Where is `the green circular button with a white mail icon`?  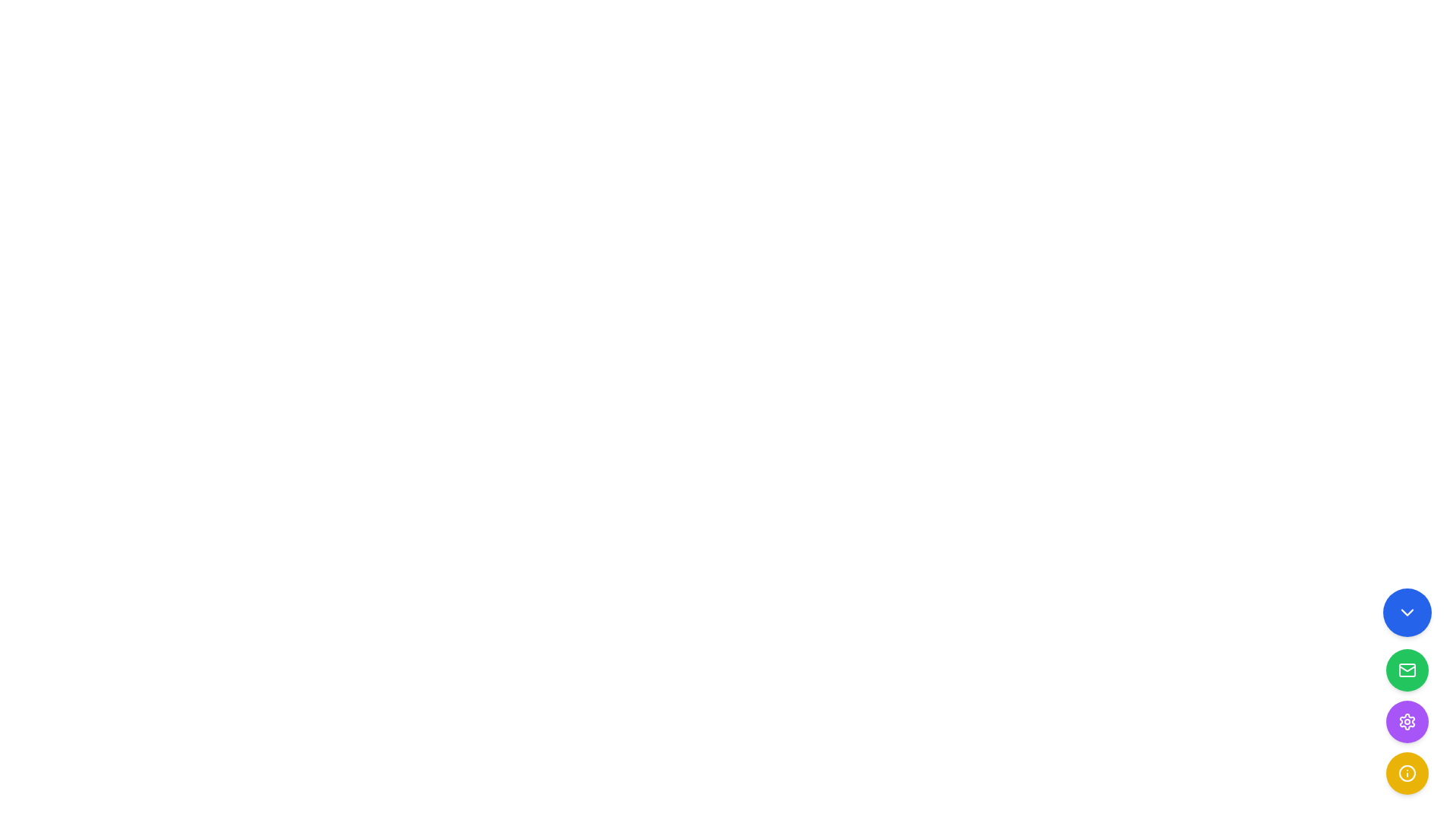
the green circular button with a white mail icon is located at coordinates (1407, 669).